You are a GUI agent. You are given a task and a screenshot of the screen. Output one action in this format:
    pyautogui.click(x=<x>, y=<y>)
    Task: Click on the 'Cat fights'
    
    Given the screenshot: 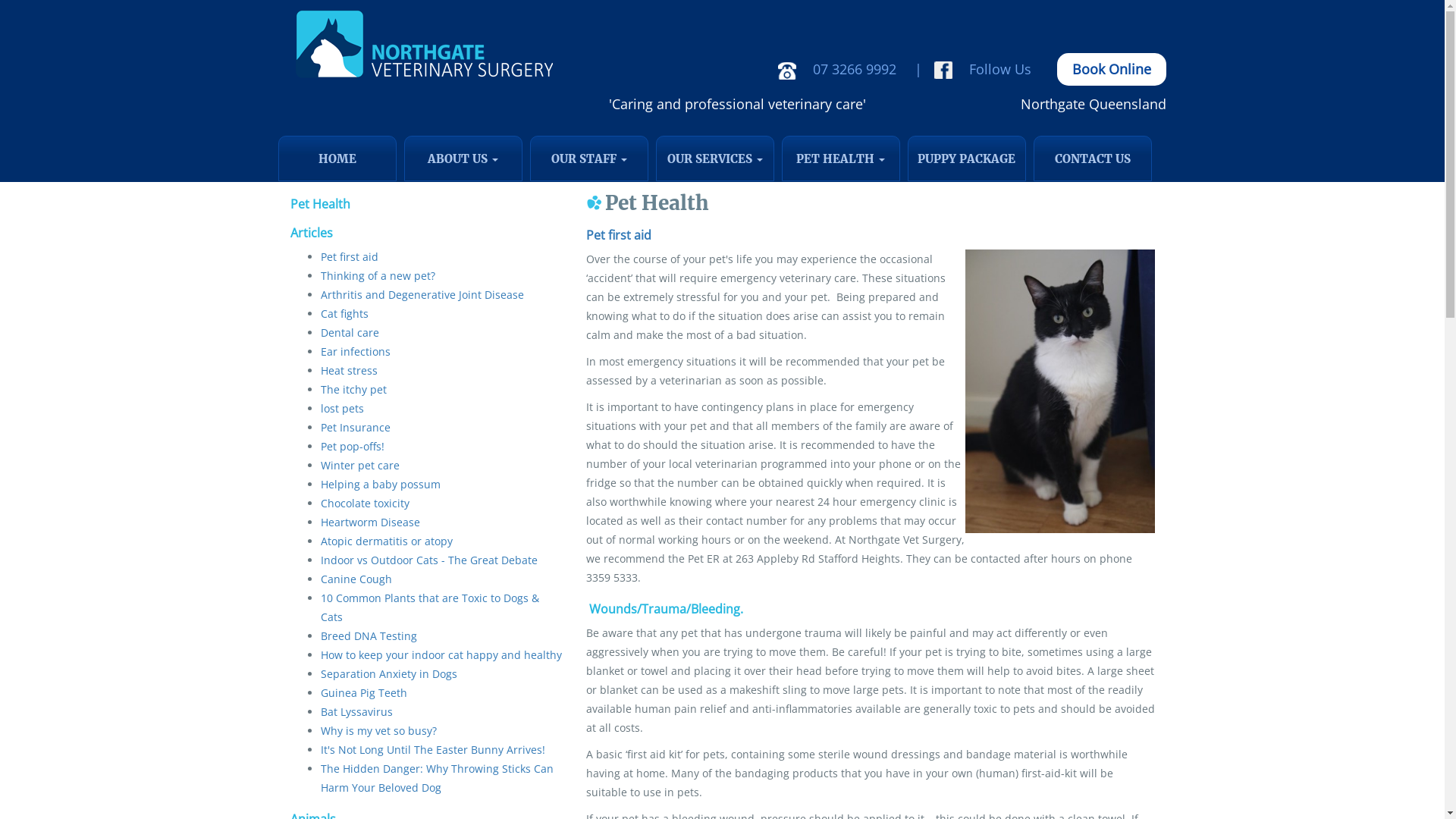 What is the action you would take?
    pyautogui.click(x=343, y=312)
    